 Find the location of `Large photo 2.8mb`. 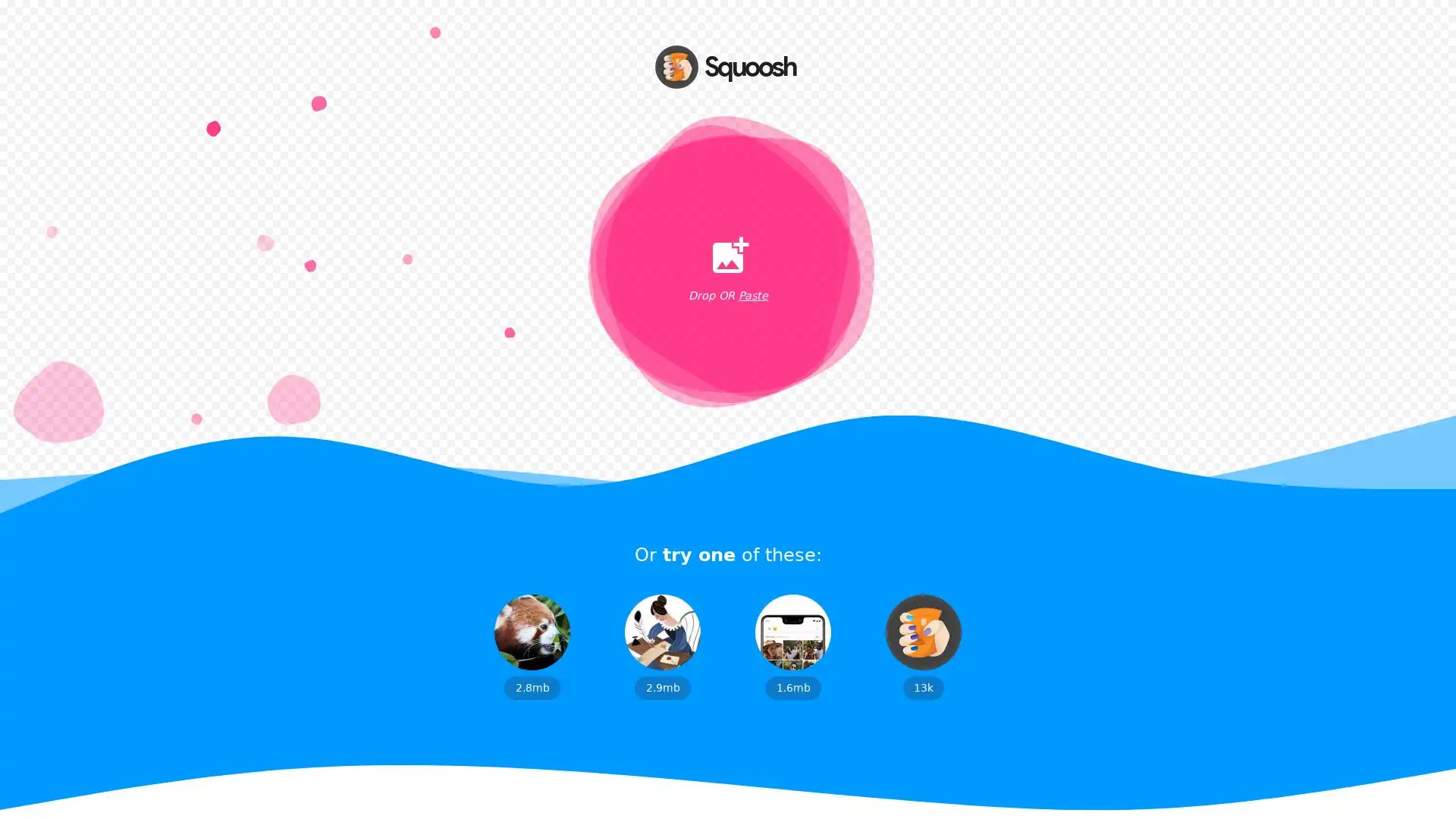

Large photo 2.8mb is located at coordinates (532, 646).